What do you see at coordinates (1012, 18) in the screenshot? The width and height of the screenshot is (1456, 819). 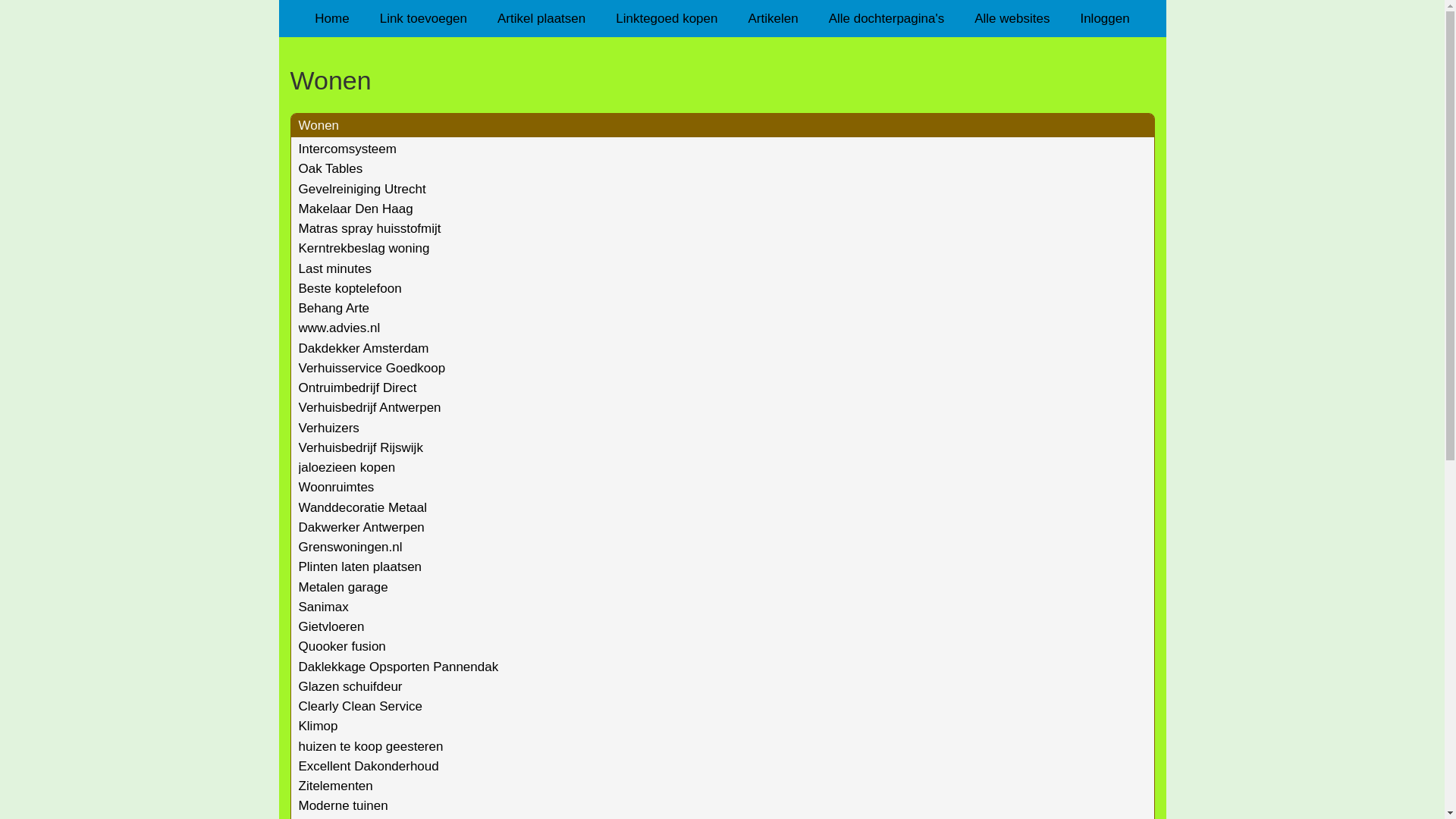 I see `'Alle websites'` at bounding box center [1012, 18].